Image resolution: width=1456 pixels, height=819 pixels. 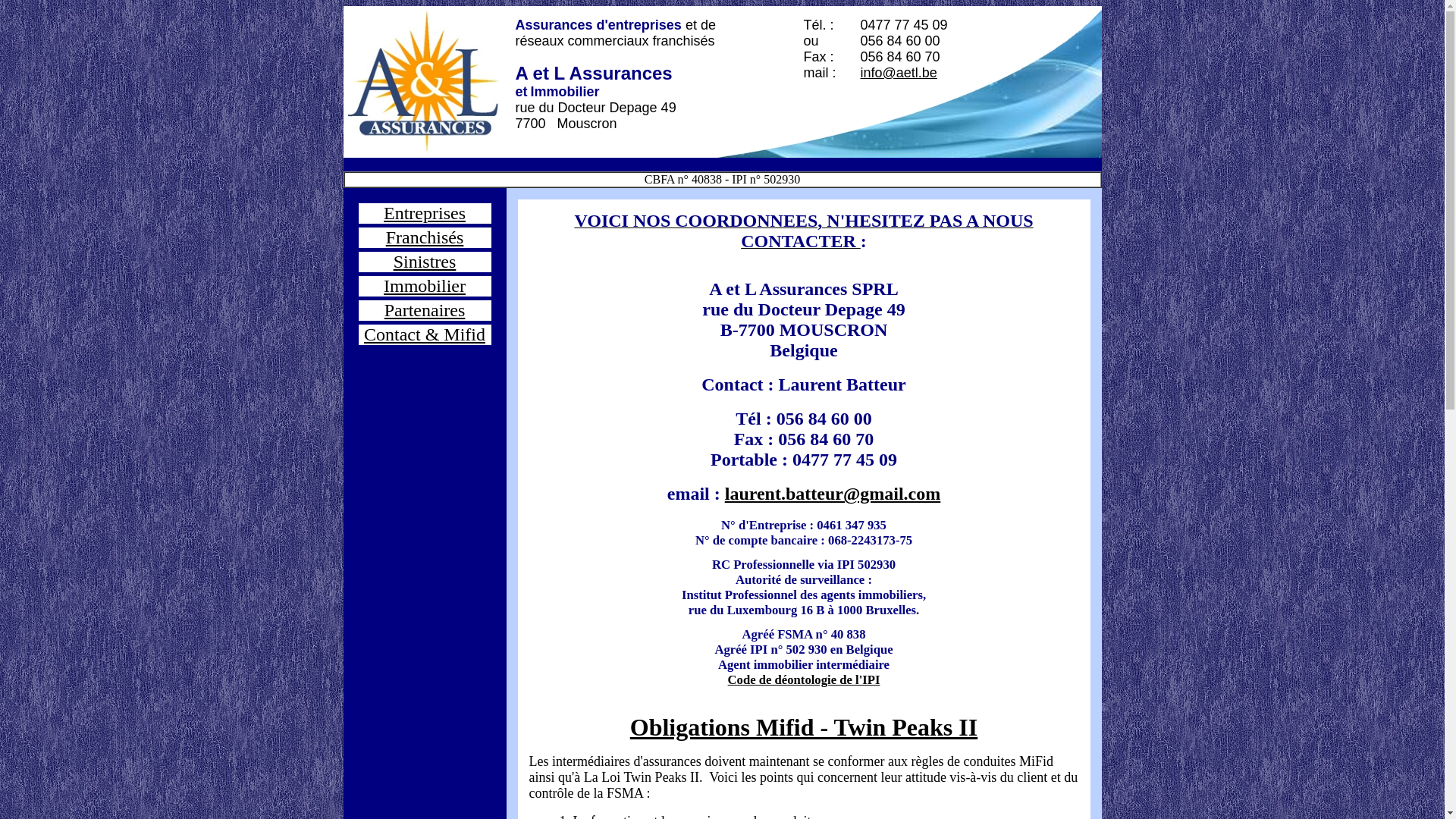 I want to click on 'Entreprises', so click(x=425, y=213).